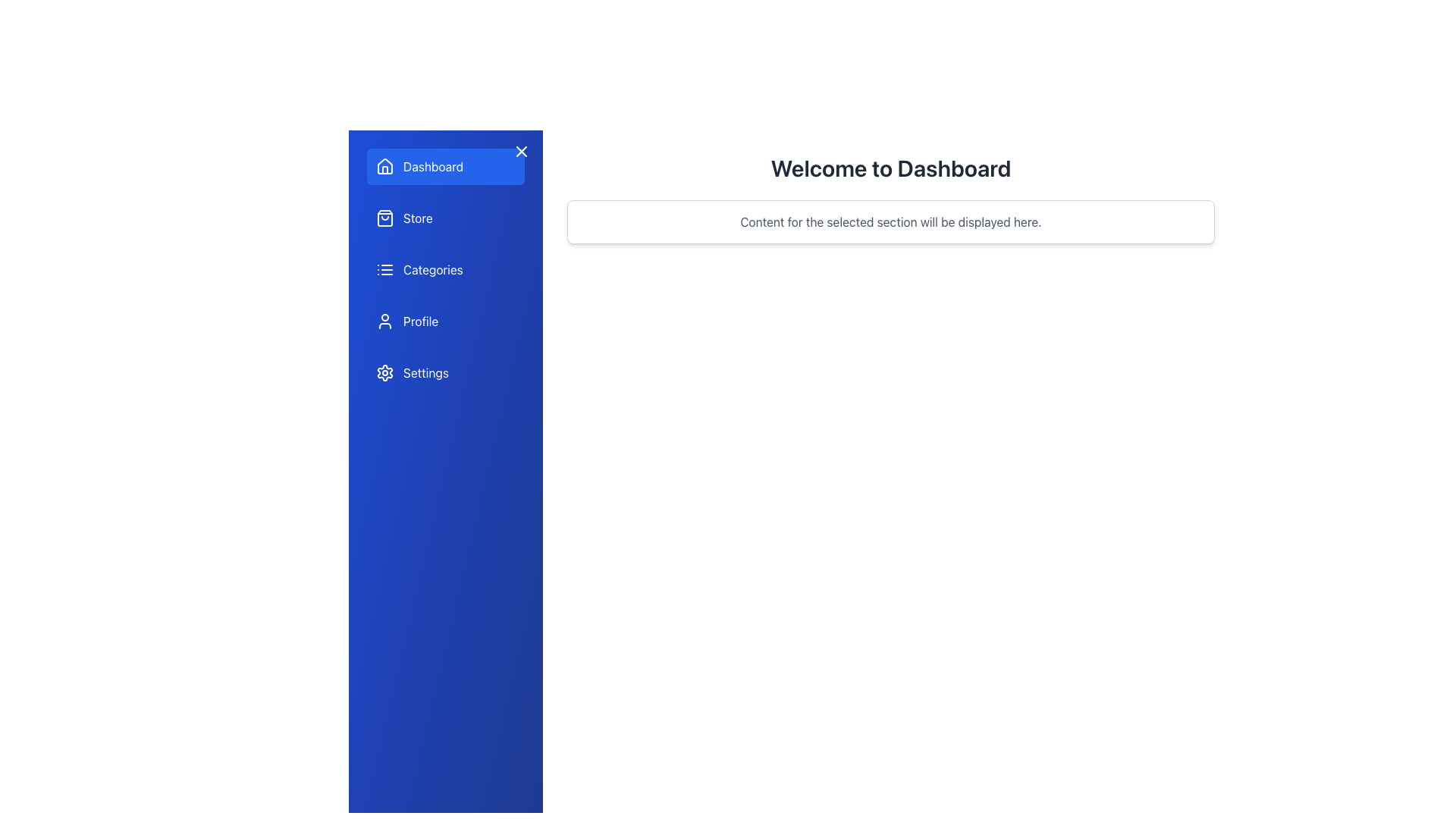 This screenshot has height=819, width=1456. What do you see at coordinates (521, 152) in the screenshot?
I see `the Close Button Icon, which is a cross-shaped icon located at the top-right corner of the blue 'Dashboard' button in the sidebar menu` at bounding box center [521, 152].